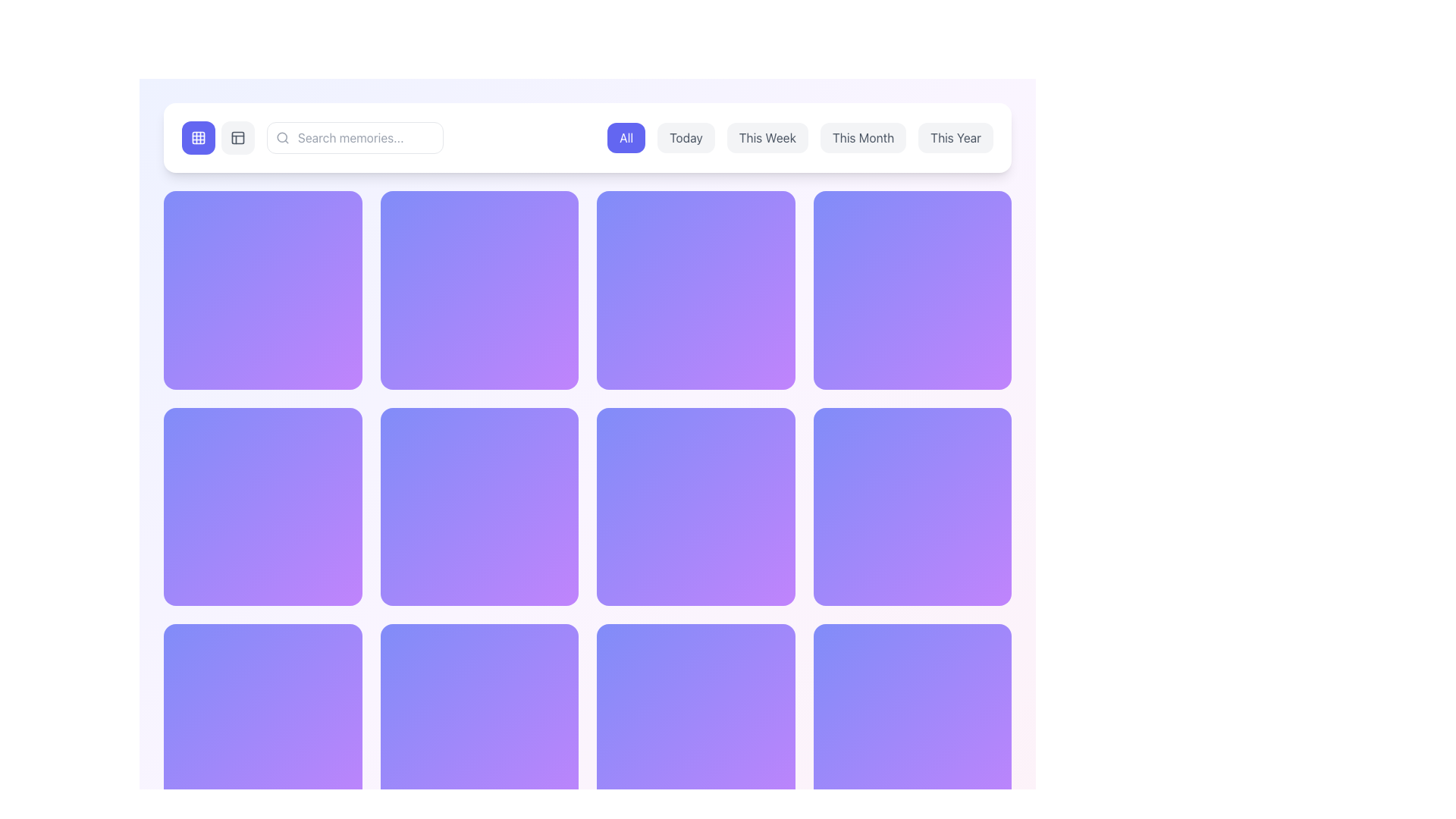  Describe the element at coordinates (912, 290) in the screenshot. I see `the fourth static visual card located at the top-right corner of the grid layout` at that location.